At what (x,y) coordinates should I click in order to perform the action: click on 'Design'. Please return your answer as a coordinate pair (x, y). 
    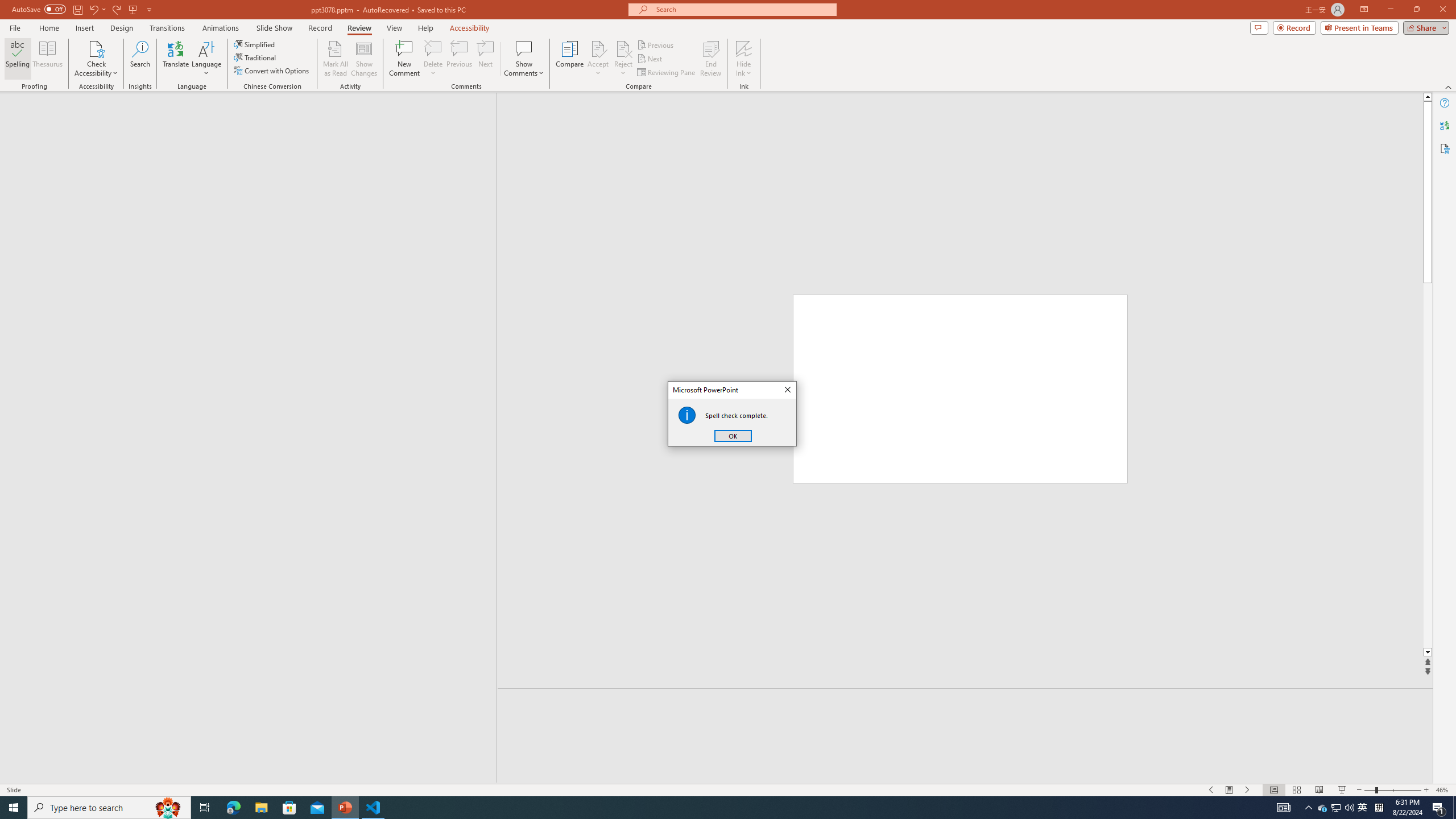
    Looking at the image, I should click on (122, 28).